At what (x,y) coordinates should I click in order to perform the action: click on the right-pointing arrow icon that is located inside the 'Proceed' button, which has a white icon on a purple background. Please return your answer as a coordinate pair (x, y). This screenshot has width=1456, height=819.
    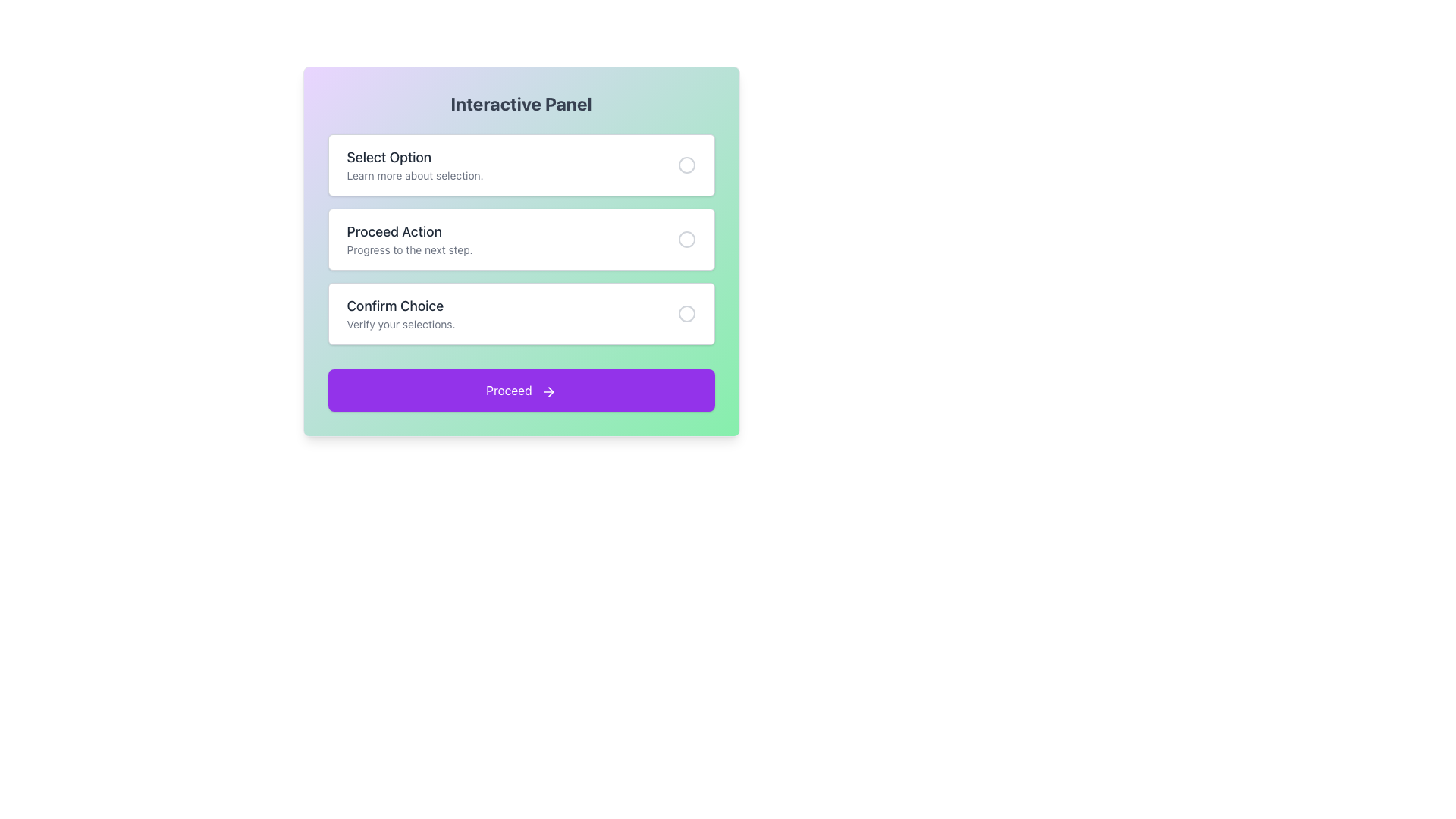
    Looking at the image, I should click on (548, 391).